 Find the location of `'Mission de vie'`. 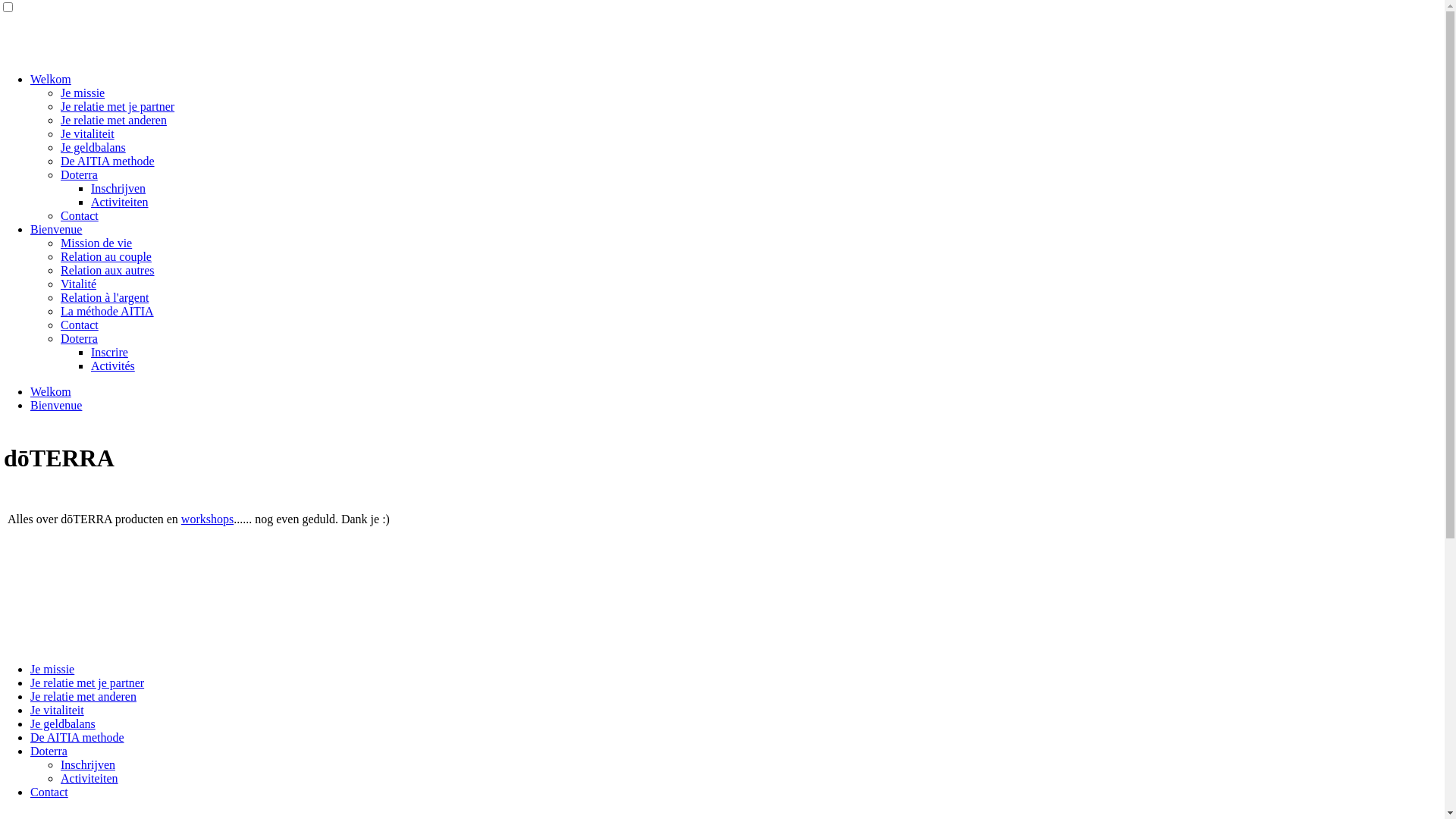

'Mission de vie' is located at coordinates (95, 242).